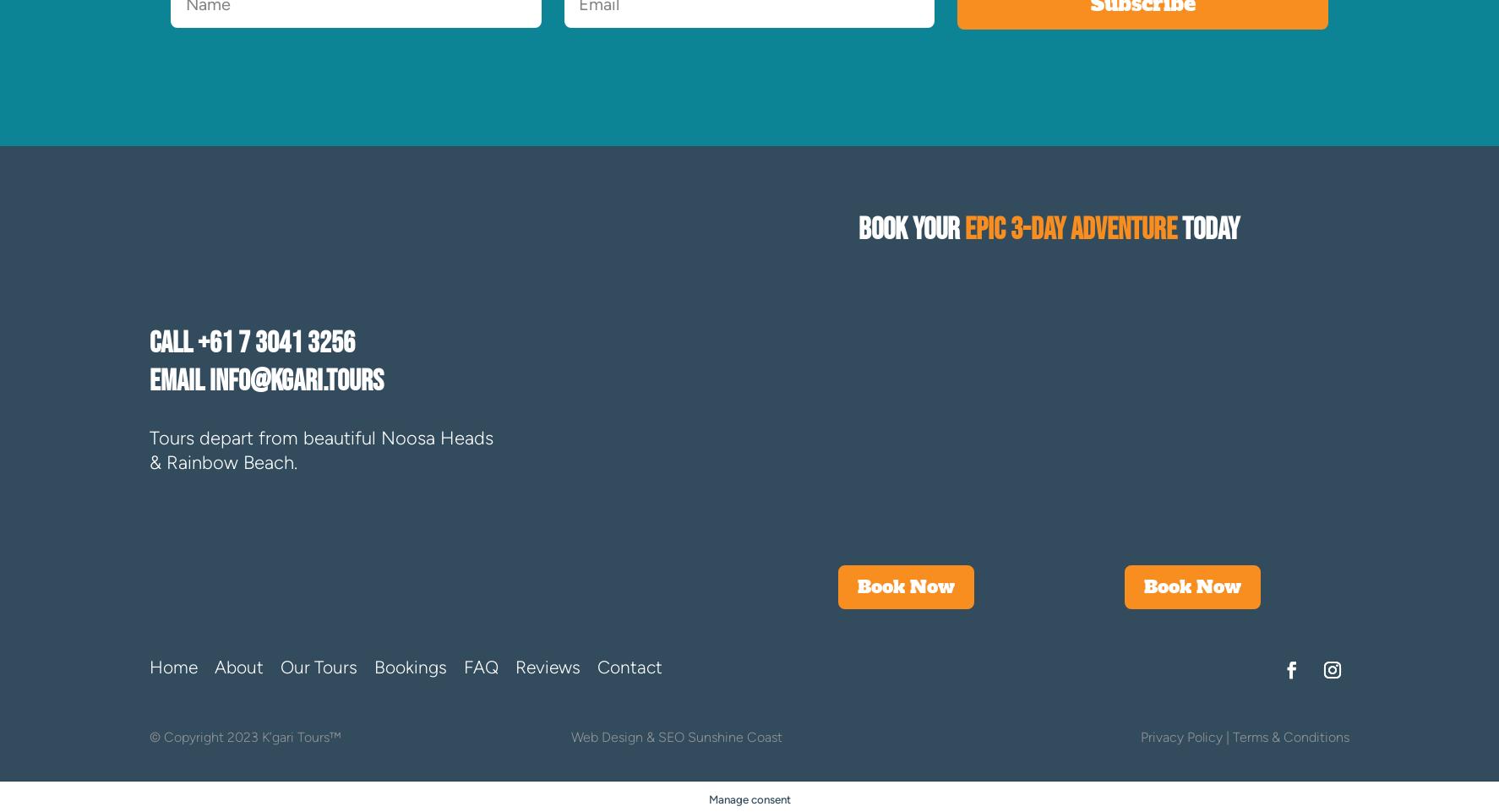  Describe the element at coordinates (720, 736) in the screenshot. I see `'SEO Sunshine Coast'` at that location.